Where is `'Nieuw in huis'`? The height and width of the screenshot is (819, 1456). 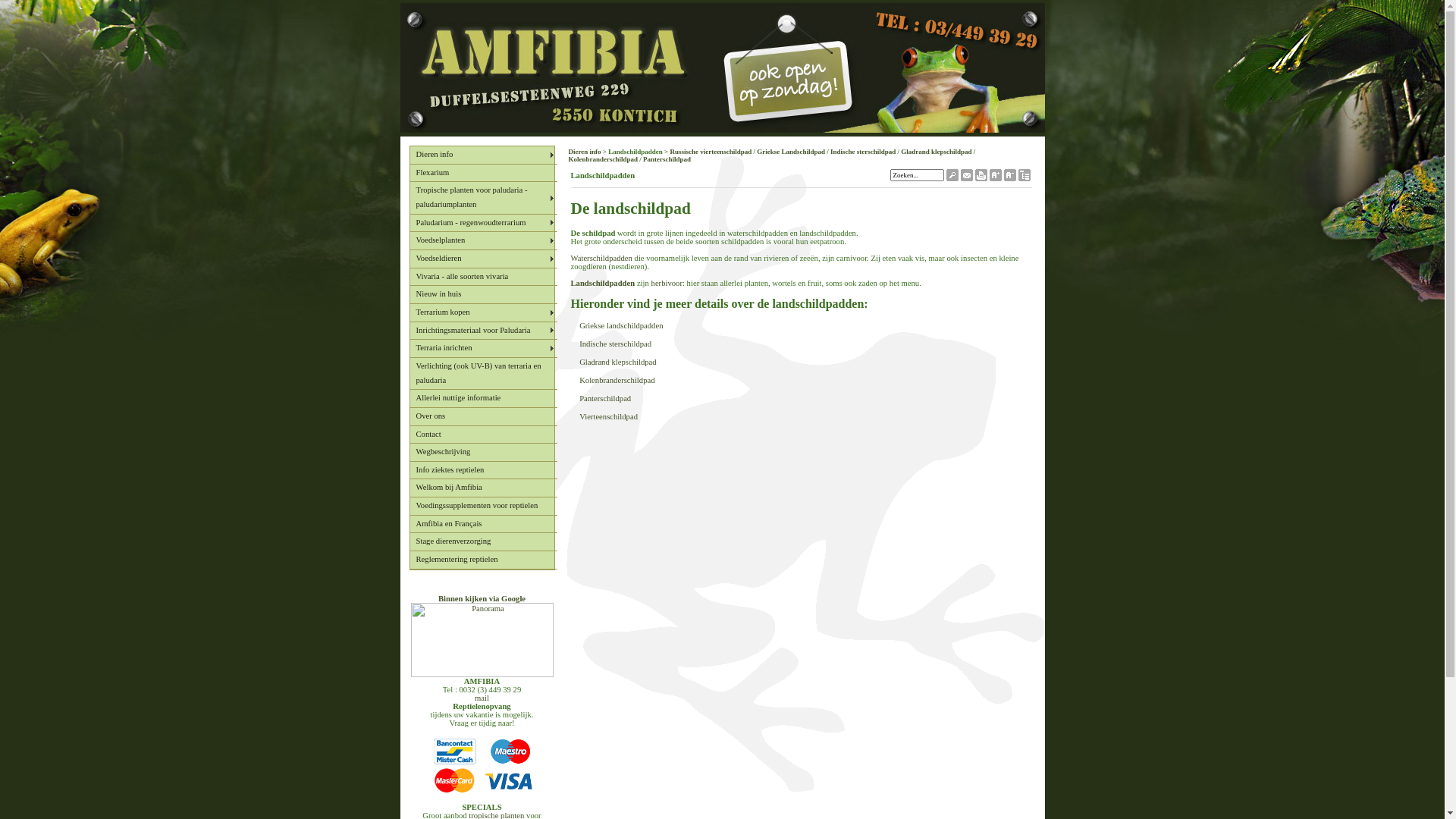
'Nieuw in huis' is located at coordinates (409, 295).